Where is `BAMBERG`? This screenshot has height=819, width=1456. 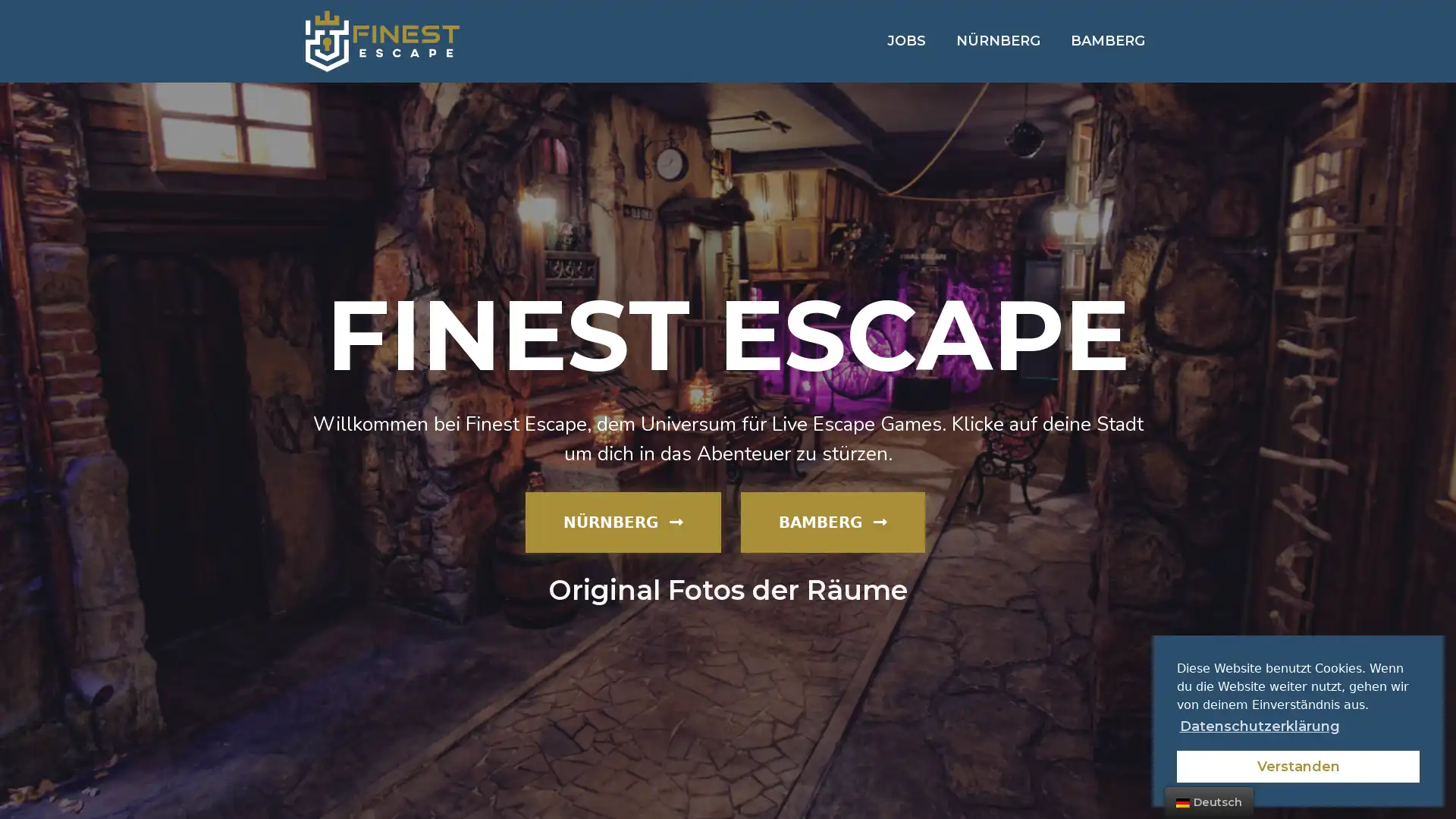
BAMBERG is located at coordinates (832, 520).